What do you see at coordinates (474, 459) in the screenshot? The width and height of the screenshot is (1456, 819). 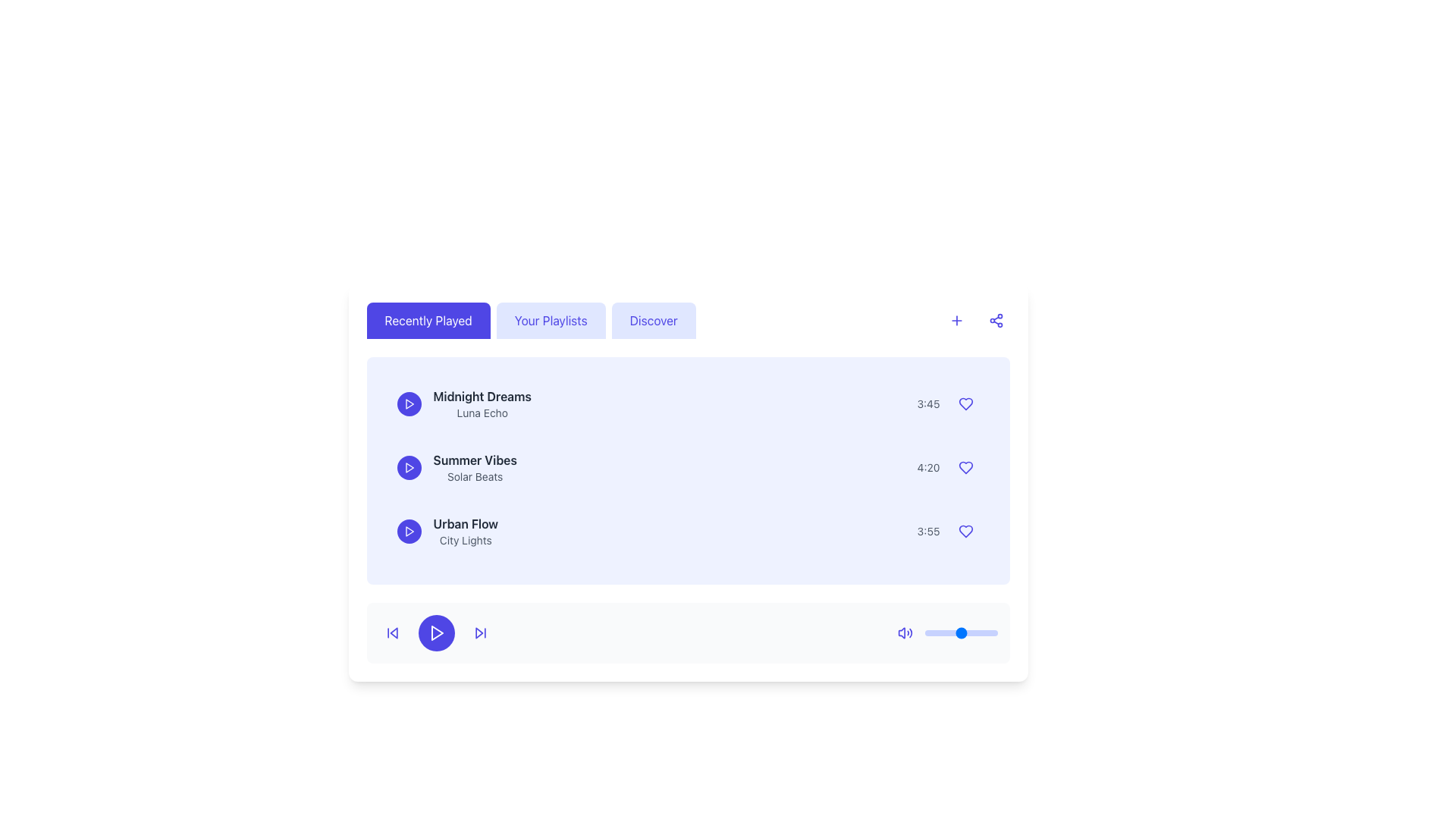 I see `the Text Label that serves as the title for the second music track in the playlist, located between 'Midnight Dreams' and 'Urban Flow'` at bounding box center [474, 459].